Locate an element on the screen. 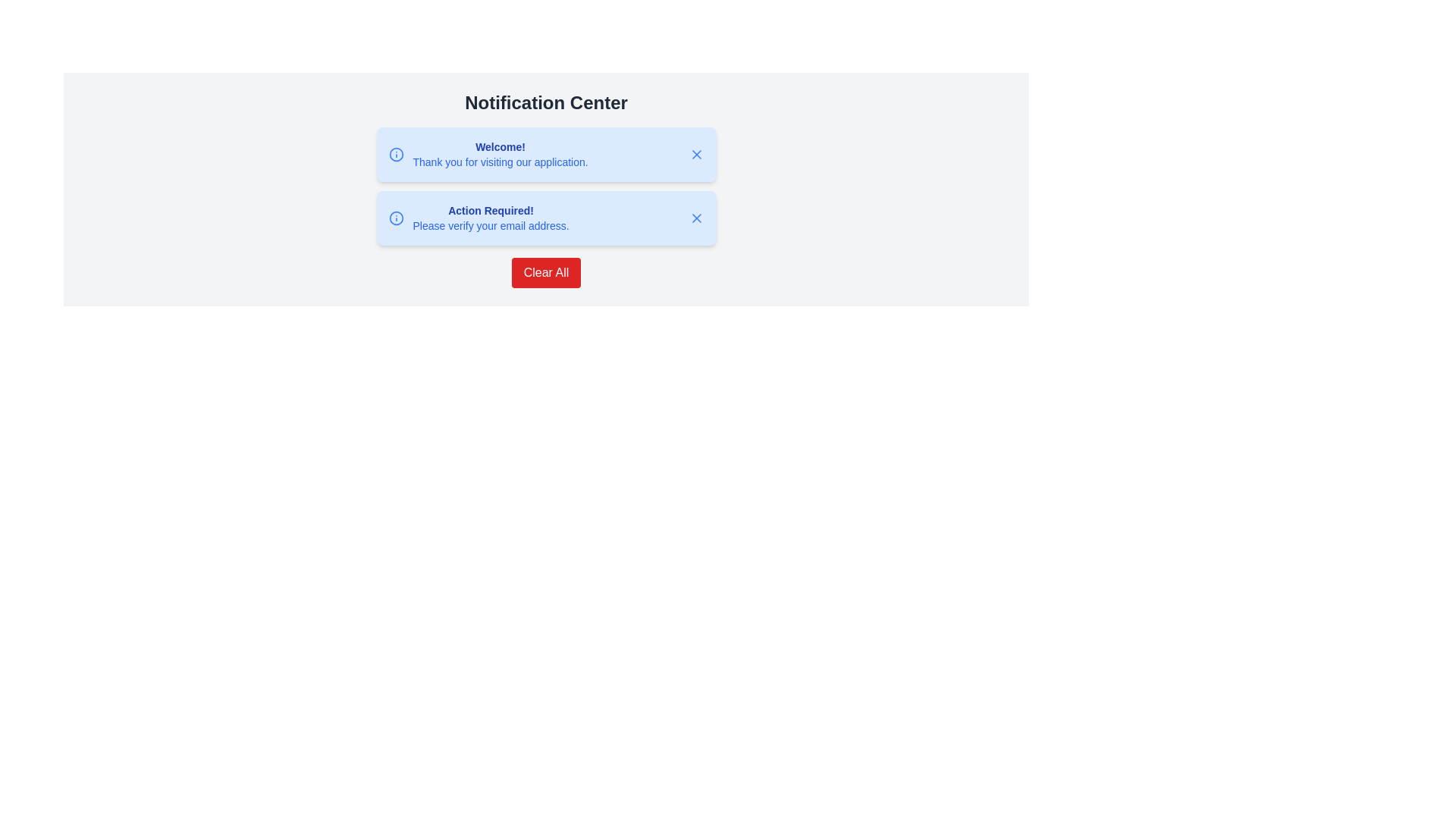 This screenshot has height=819, width=1456. the Close icon button located on the right side of the 'Action Required!' notification card in the Notification Center to potentially reveal hover effects is located at coordinates (695, 218).